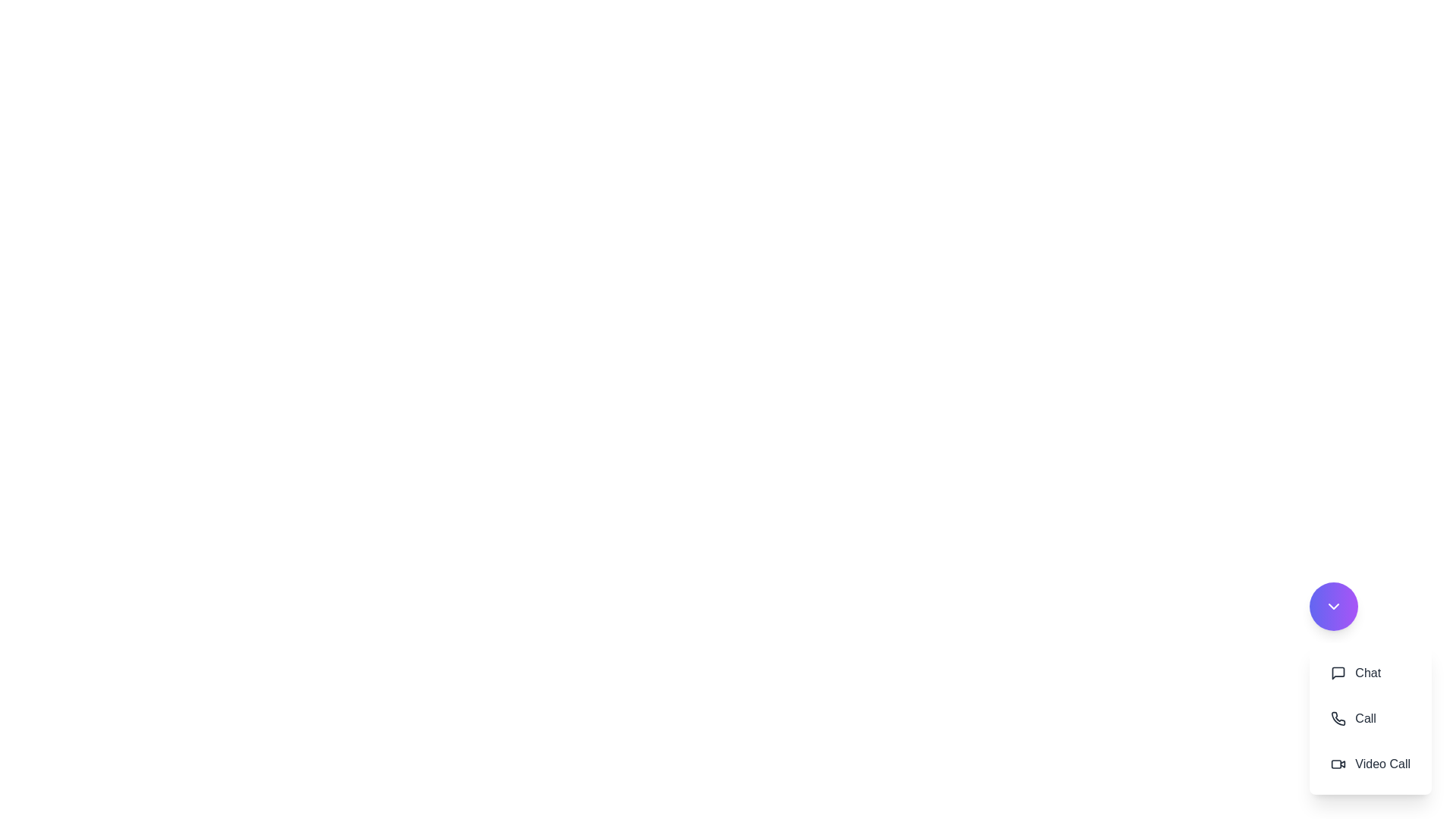 The image size is (1456, 819). I want to click on the 'Chat' button to initiate a chat, so click(1356, 672).